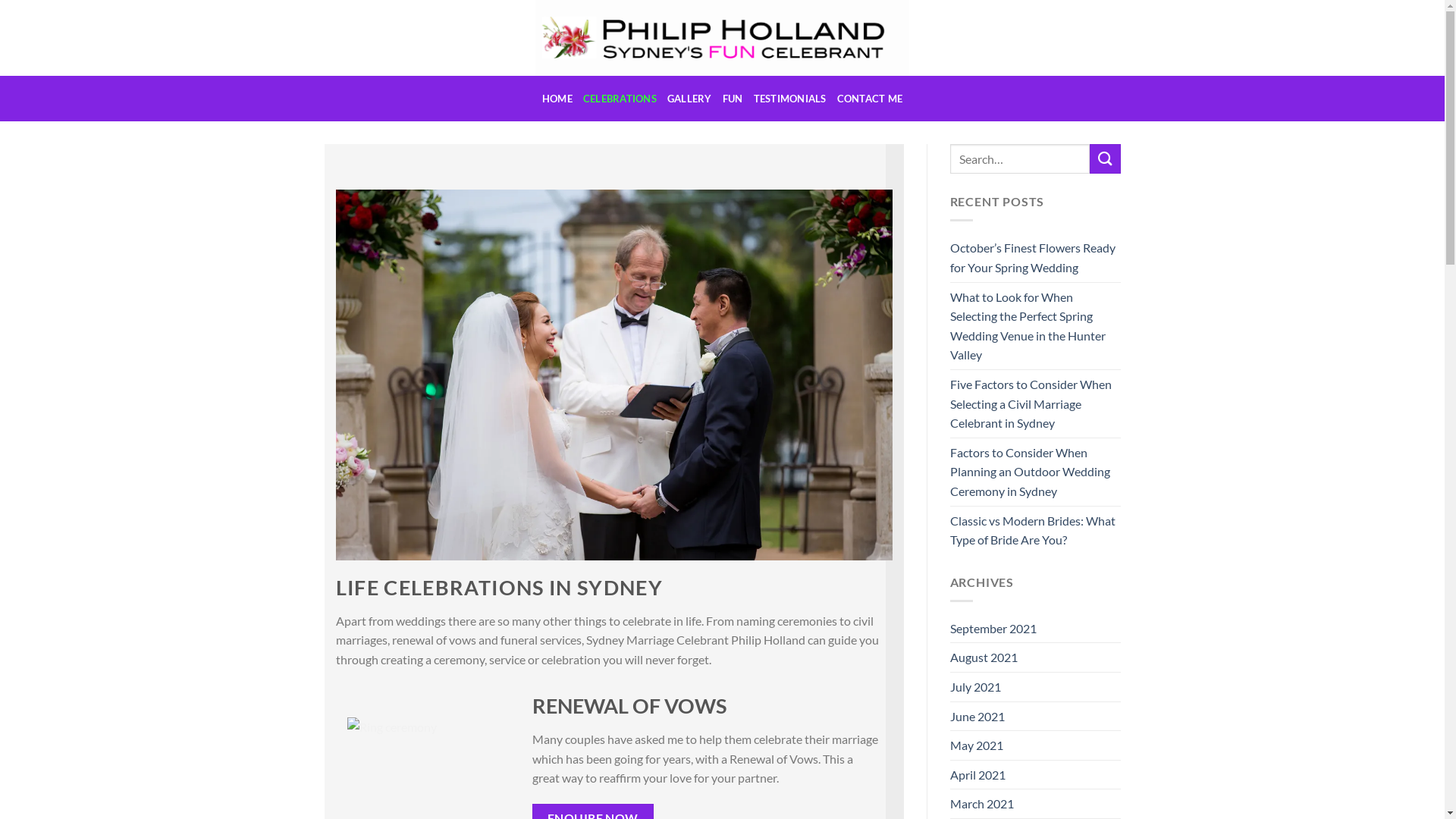 This screenshot has width=1456, height=819. What do you see at coordinates (977, 775) in the screenshot?
I see `'April 2021'` at bounding box center [977, 775].